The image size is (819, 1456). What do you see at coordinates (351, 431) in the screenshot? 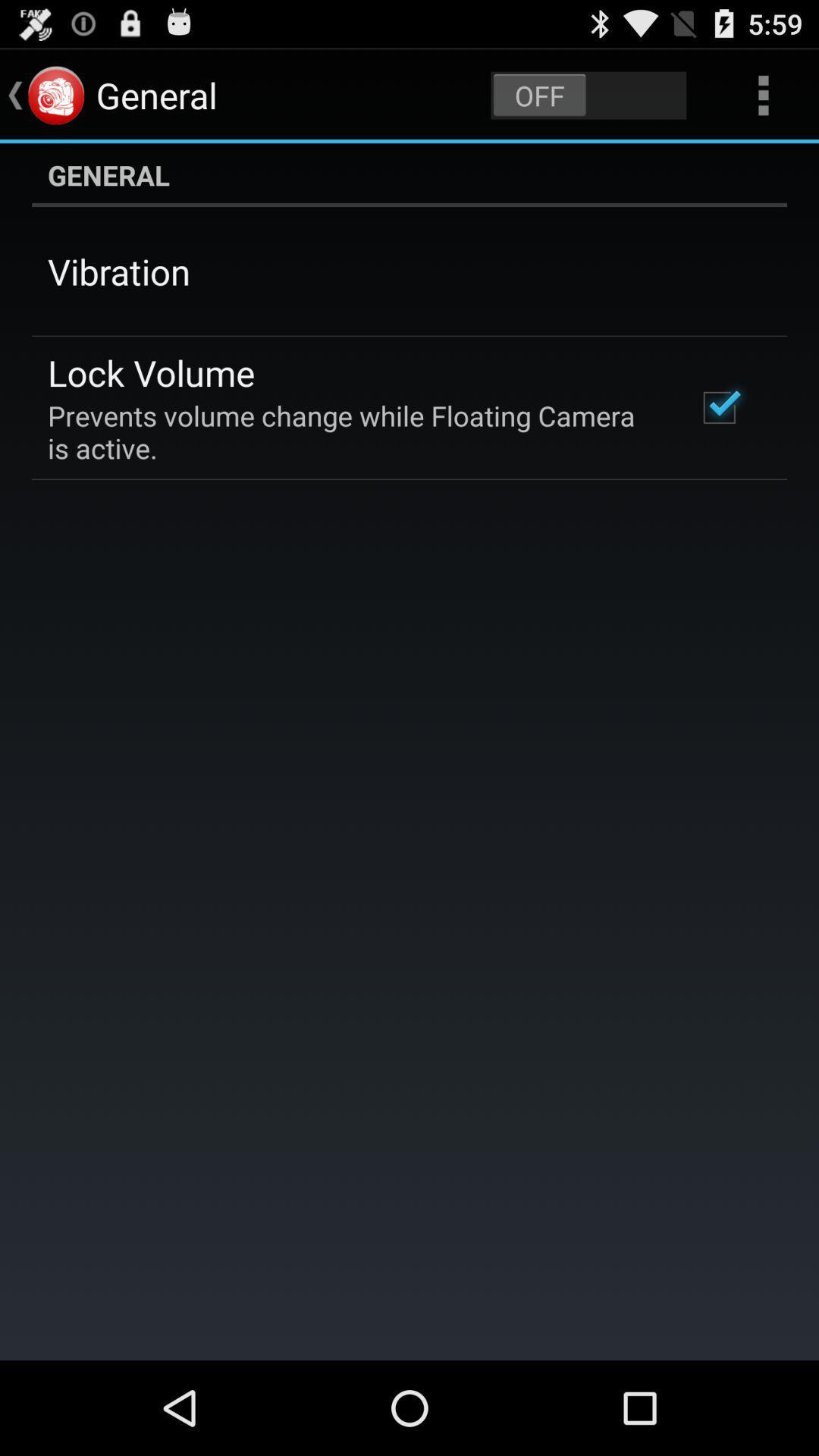
I see `item below the lock volume app` at bounding box center [351, 431].